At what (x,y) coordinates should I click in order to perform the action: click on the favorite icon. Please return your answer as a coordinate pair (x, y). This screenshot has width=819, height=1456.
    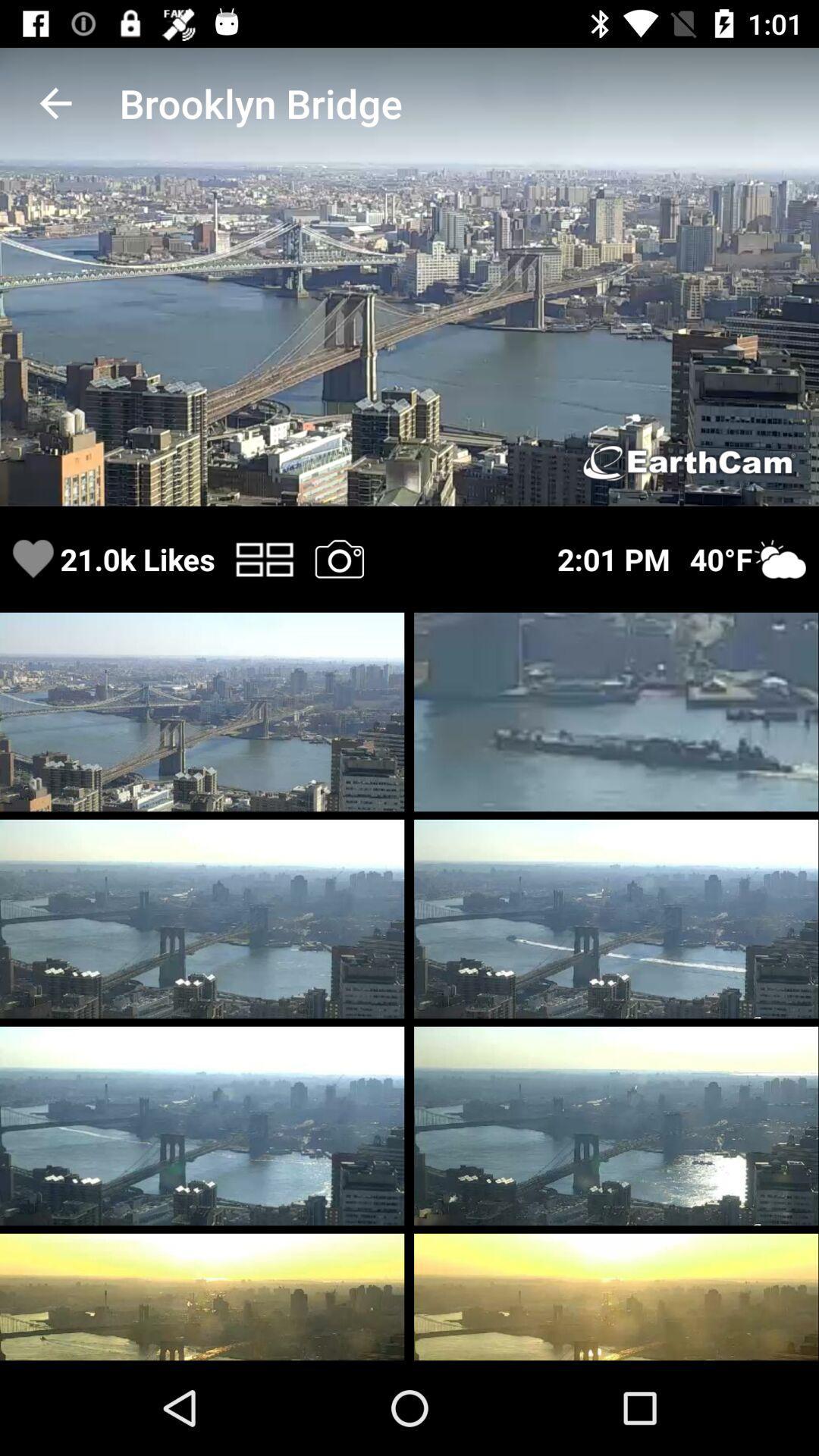
    Looking at the image, I should click on (33, 558).